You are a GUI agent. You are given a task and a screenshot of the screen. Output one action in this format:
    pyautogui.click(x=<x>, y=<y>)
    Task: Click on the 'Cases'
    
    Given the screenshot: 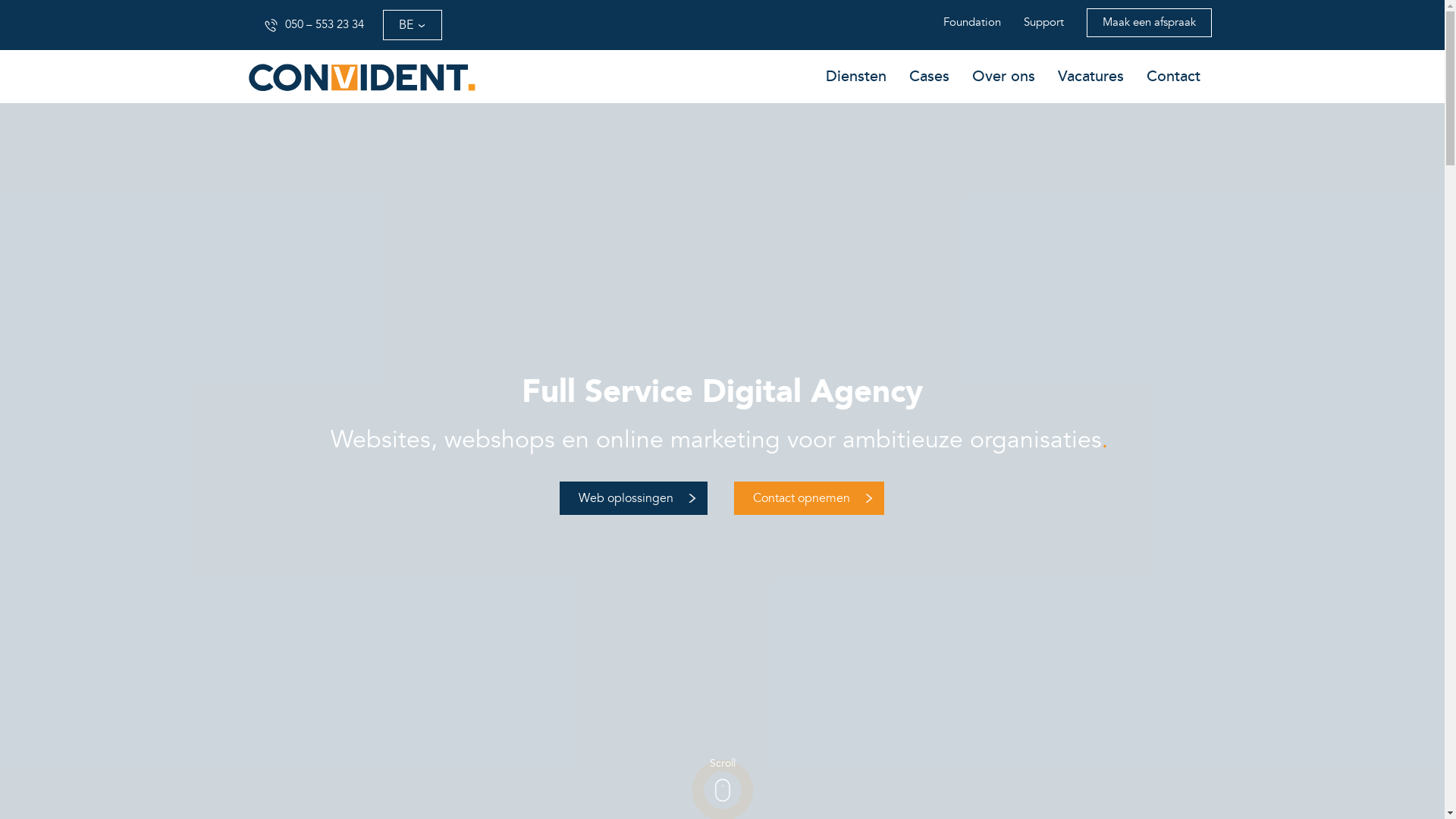 What is the action you would take?
    pyautogui.click(x=928, y=76)
    